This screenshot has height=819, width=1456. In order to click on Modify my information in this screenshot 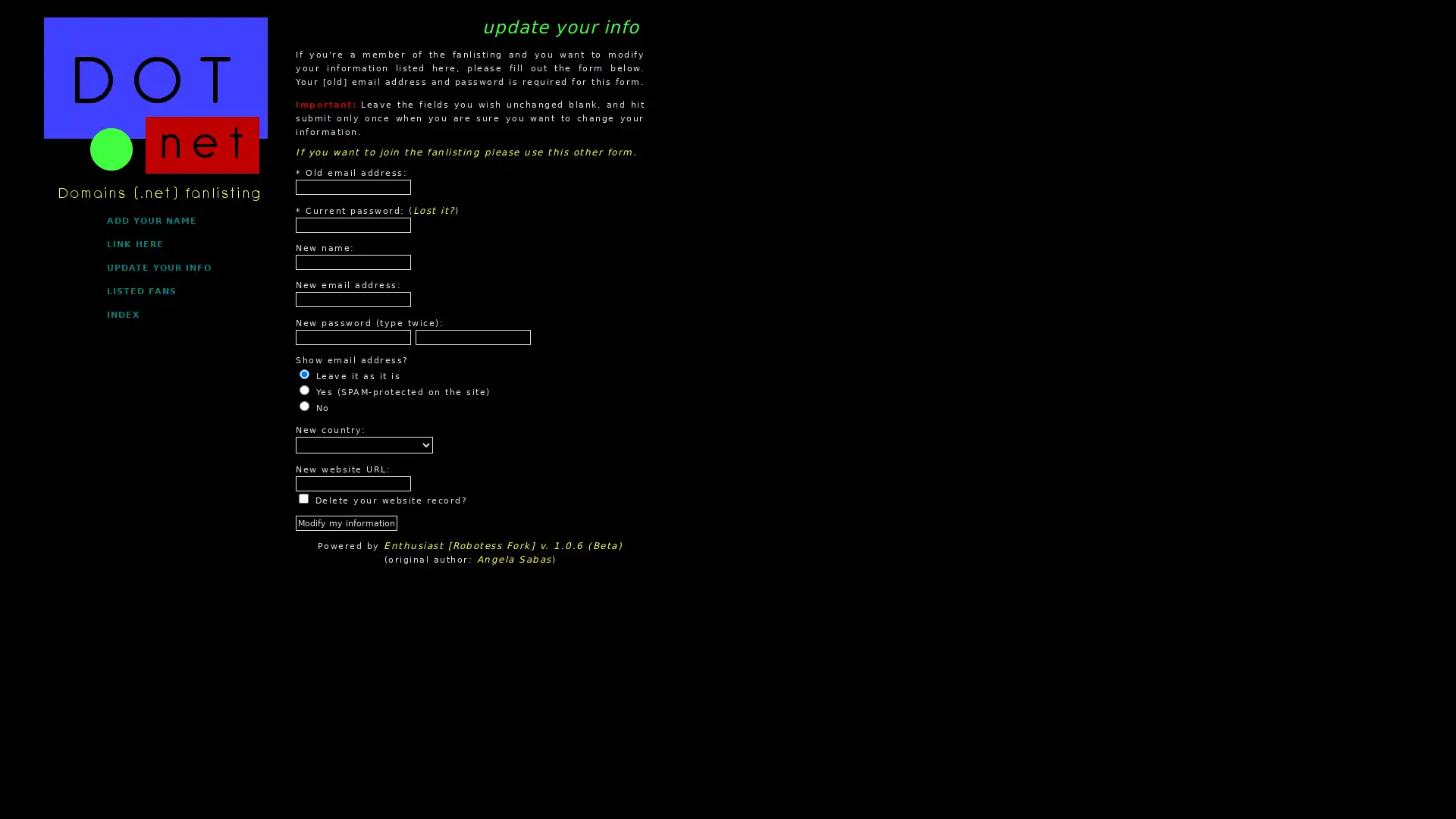, I will do `click(345, 522)`.